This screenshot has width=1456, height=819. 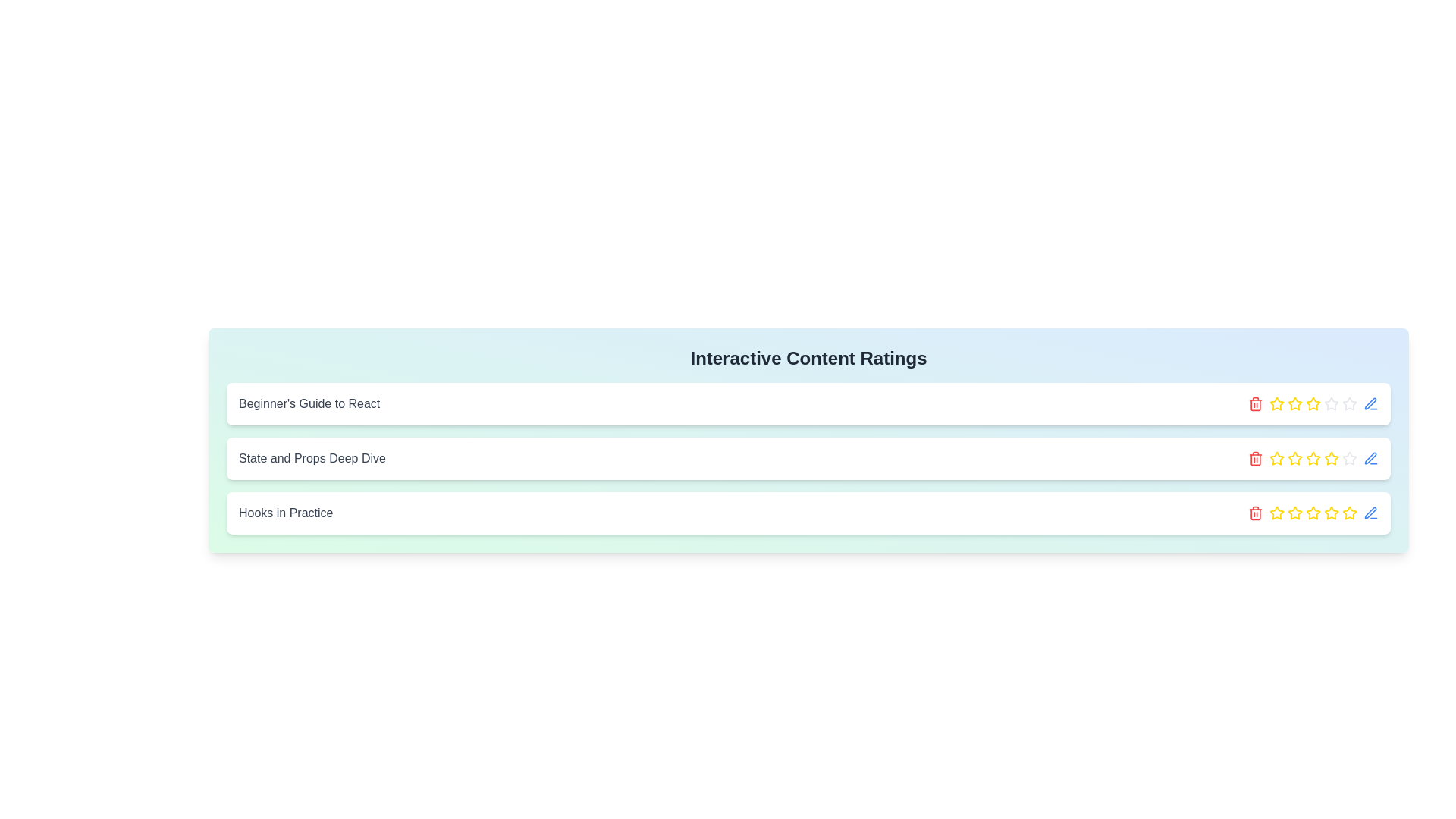 What do you see at coordinates (1276, 457) in the screenshot?
I see `the third rating star icon, which is golden-yellow and part of a rating interface, located next to the title 'State and Props Deep Dive' to bring up a context menu` at bounding box center [1276, 457].